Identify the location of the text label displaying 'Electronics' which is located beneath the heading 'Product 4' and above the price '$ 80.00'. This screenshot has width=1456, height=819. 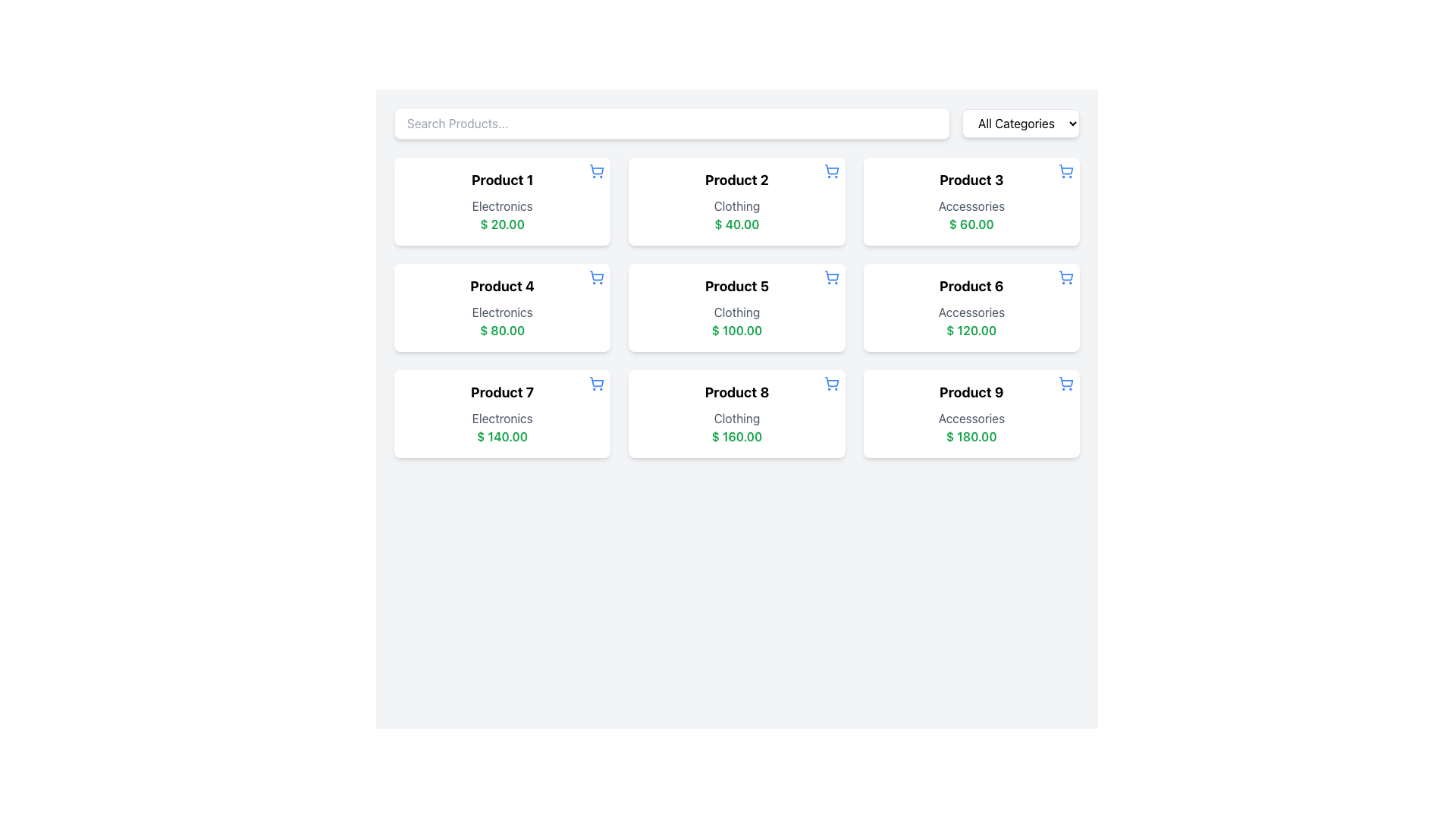
(502, 312).